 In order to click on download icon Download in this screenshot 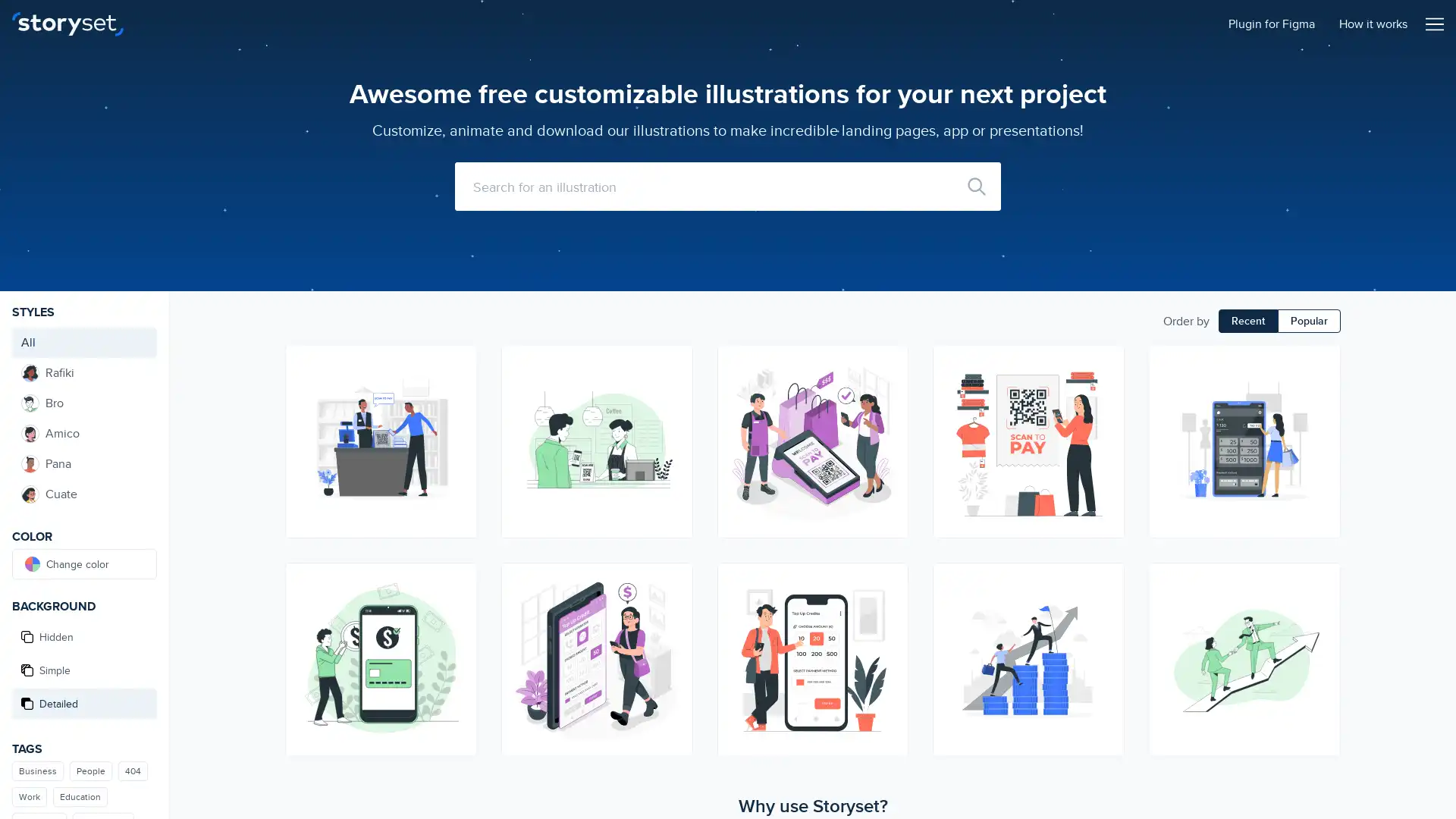, I will do `click(1320, 607)`.